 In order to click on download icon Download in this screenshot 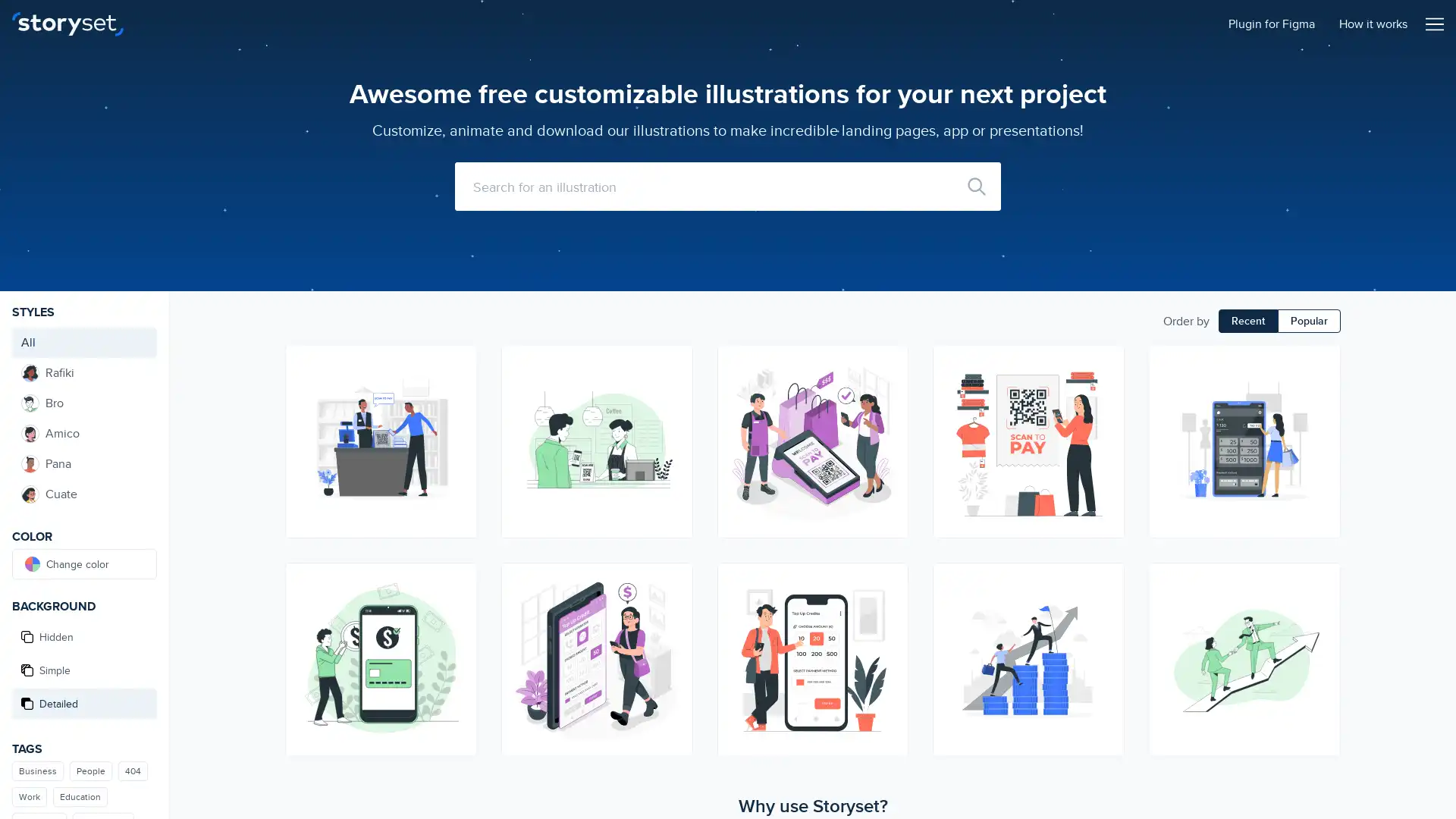, I will do `click(1320, 607)`.